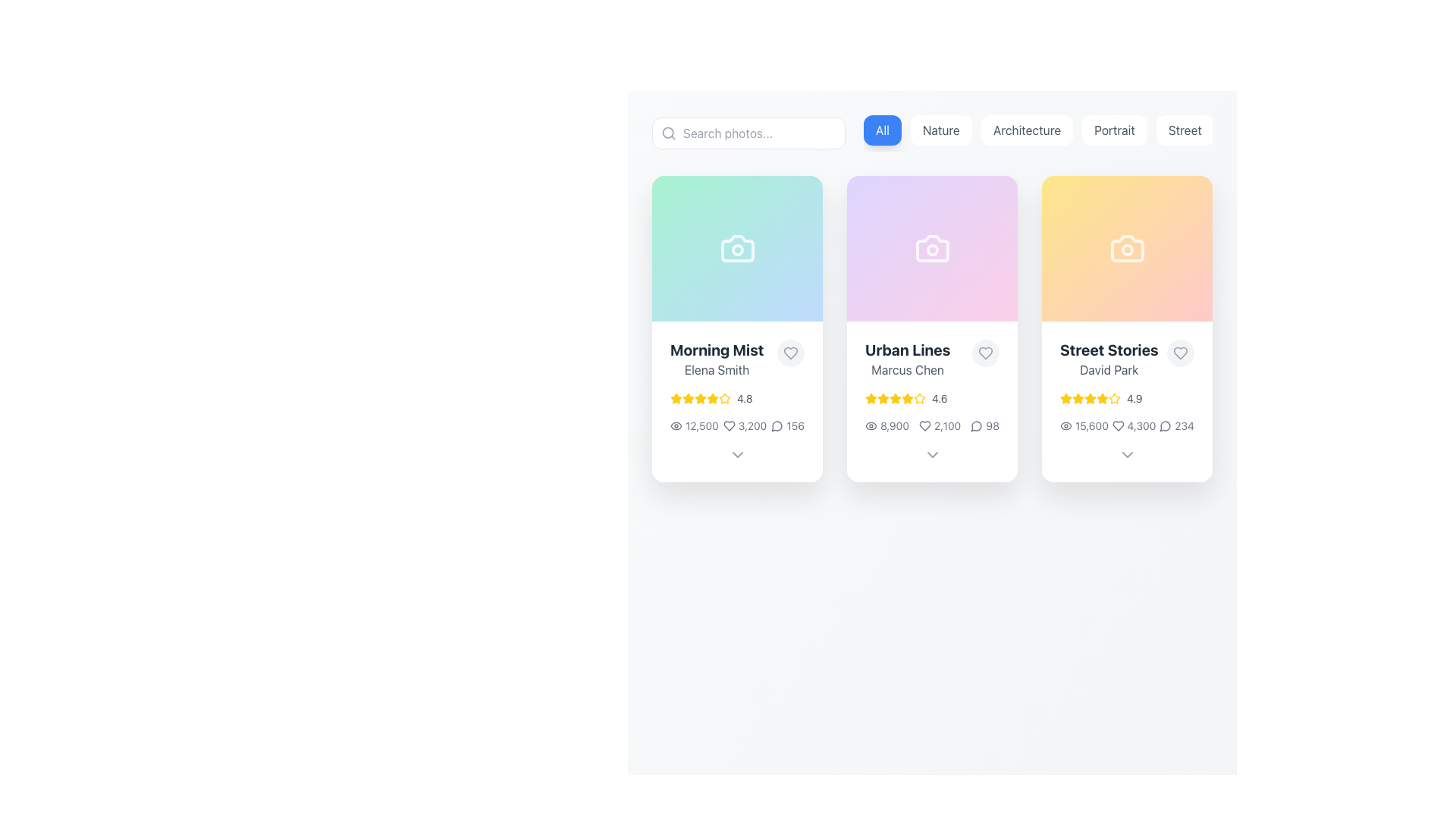 Image resolution: width=1456 pixels, height=819 pixels. Describe the element at coordinates (985, 426) in the screenshot. I see `the numeric counter '98' next to the speech bubble icon to interact with the counter` at that location.